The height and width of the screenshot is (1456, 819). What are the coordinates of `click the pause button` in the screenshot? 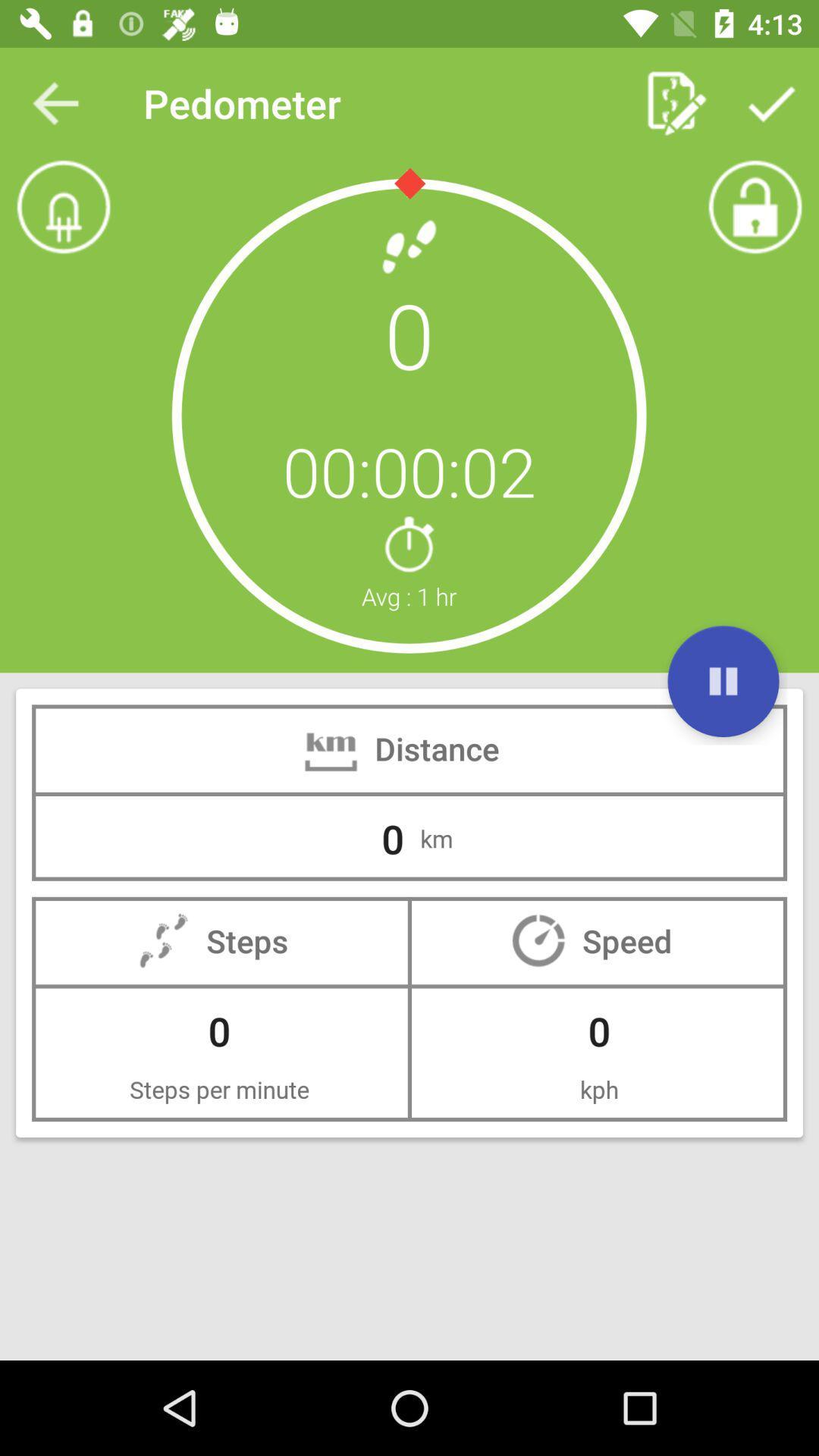 It's located at (722, 680).